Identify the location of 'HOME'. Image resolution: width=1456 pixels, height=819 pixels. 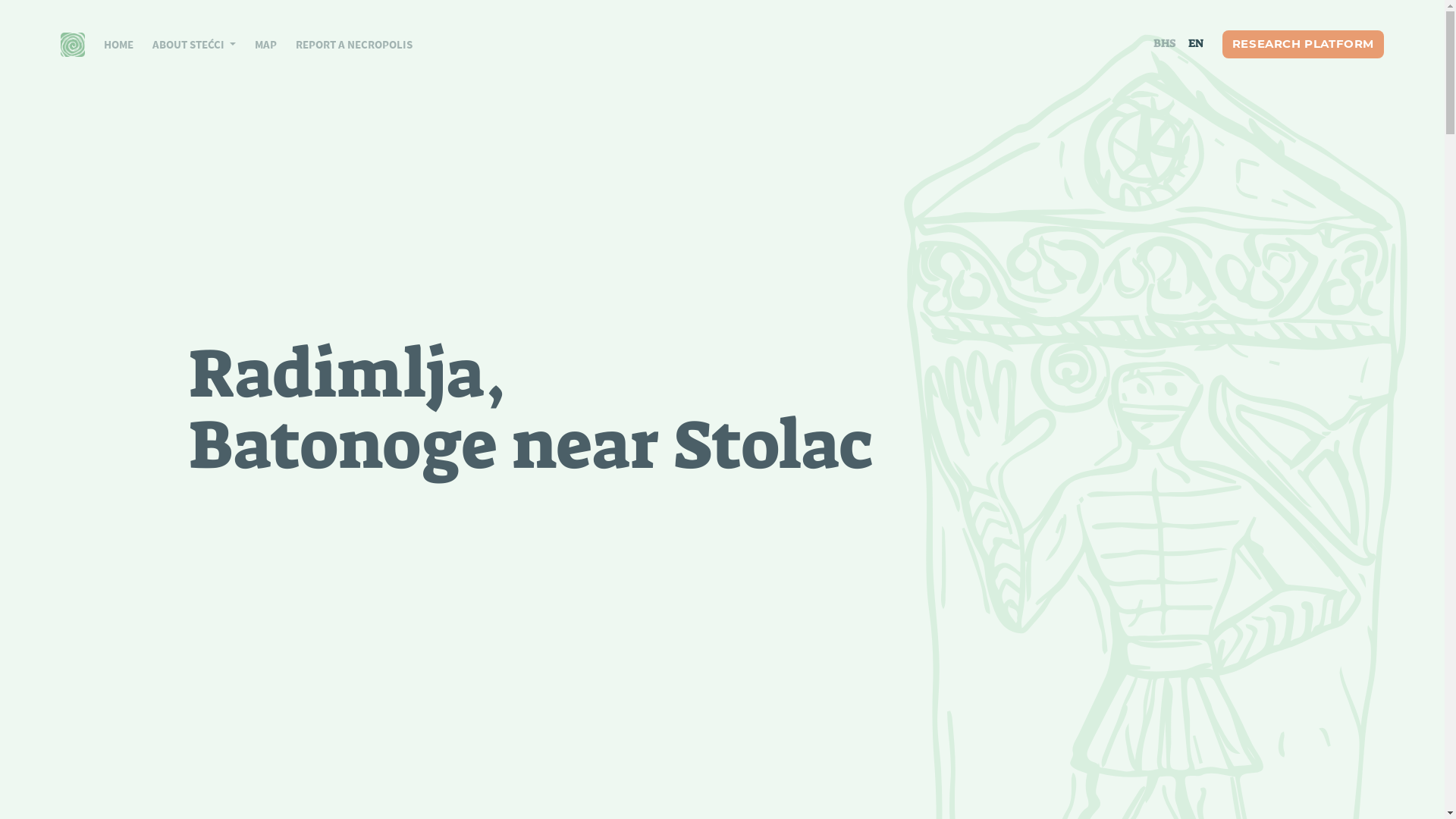
(108, 43).